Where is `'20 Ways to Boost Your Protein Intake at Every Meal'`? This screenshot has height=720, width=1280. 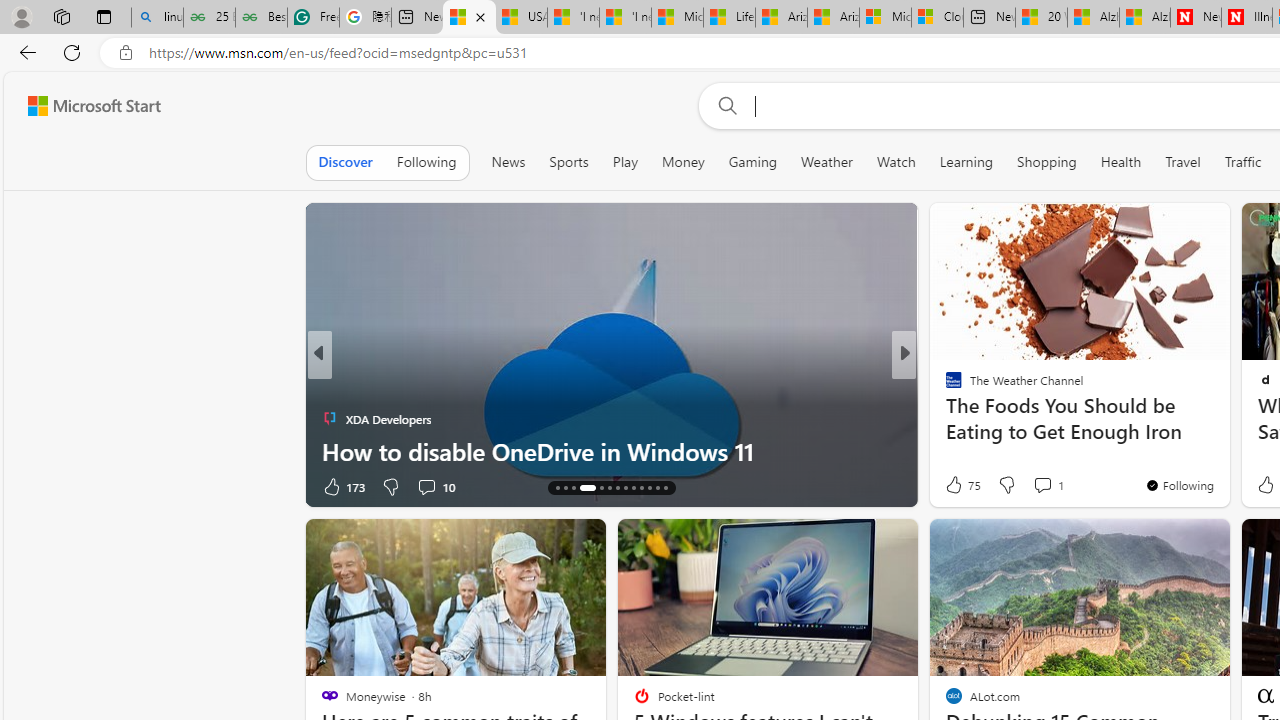 '20 Ways to Boost Your Protein Intake at Every Meal' is located at coordinates (1040, 17).